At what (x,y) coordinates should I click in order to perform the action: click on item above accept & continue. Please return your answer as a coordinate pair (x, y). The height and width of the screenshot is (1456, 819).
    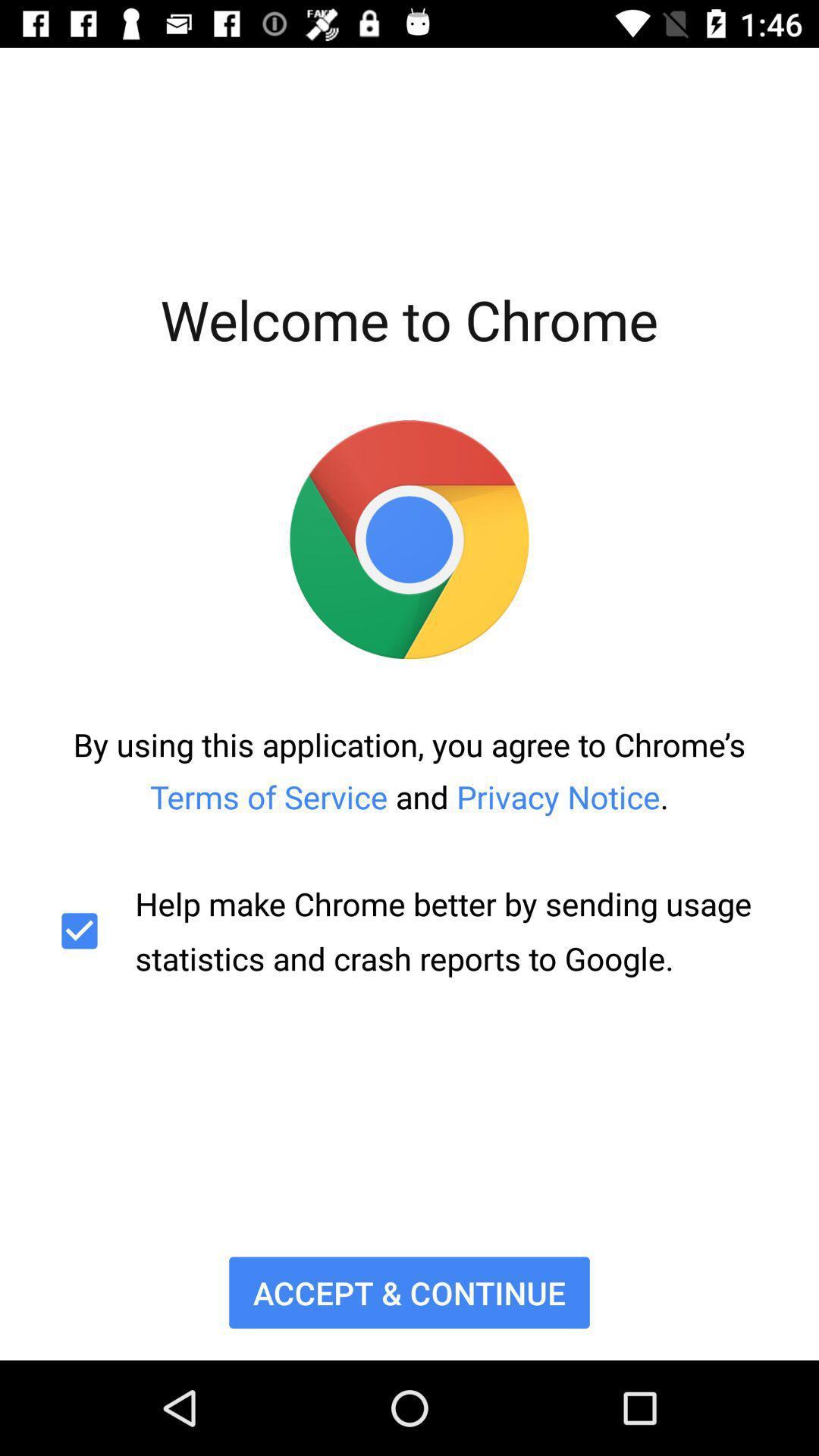
    Looking at the image, I should click on (409, 930).